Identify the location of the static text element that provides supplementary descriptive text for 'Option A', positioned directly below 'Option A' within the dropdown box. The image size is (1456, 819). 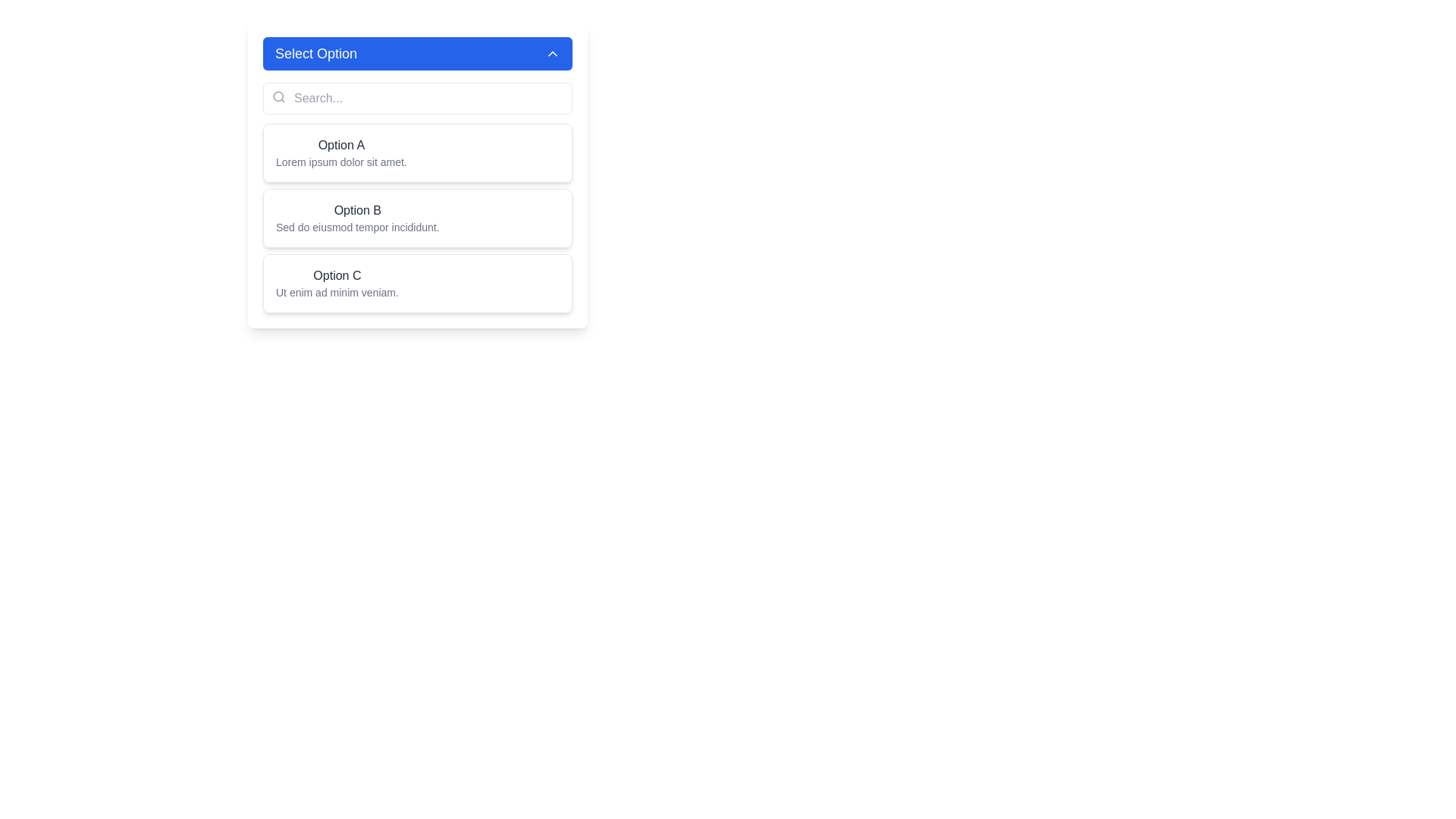
(340, 162).